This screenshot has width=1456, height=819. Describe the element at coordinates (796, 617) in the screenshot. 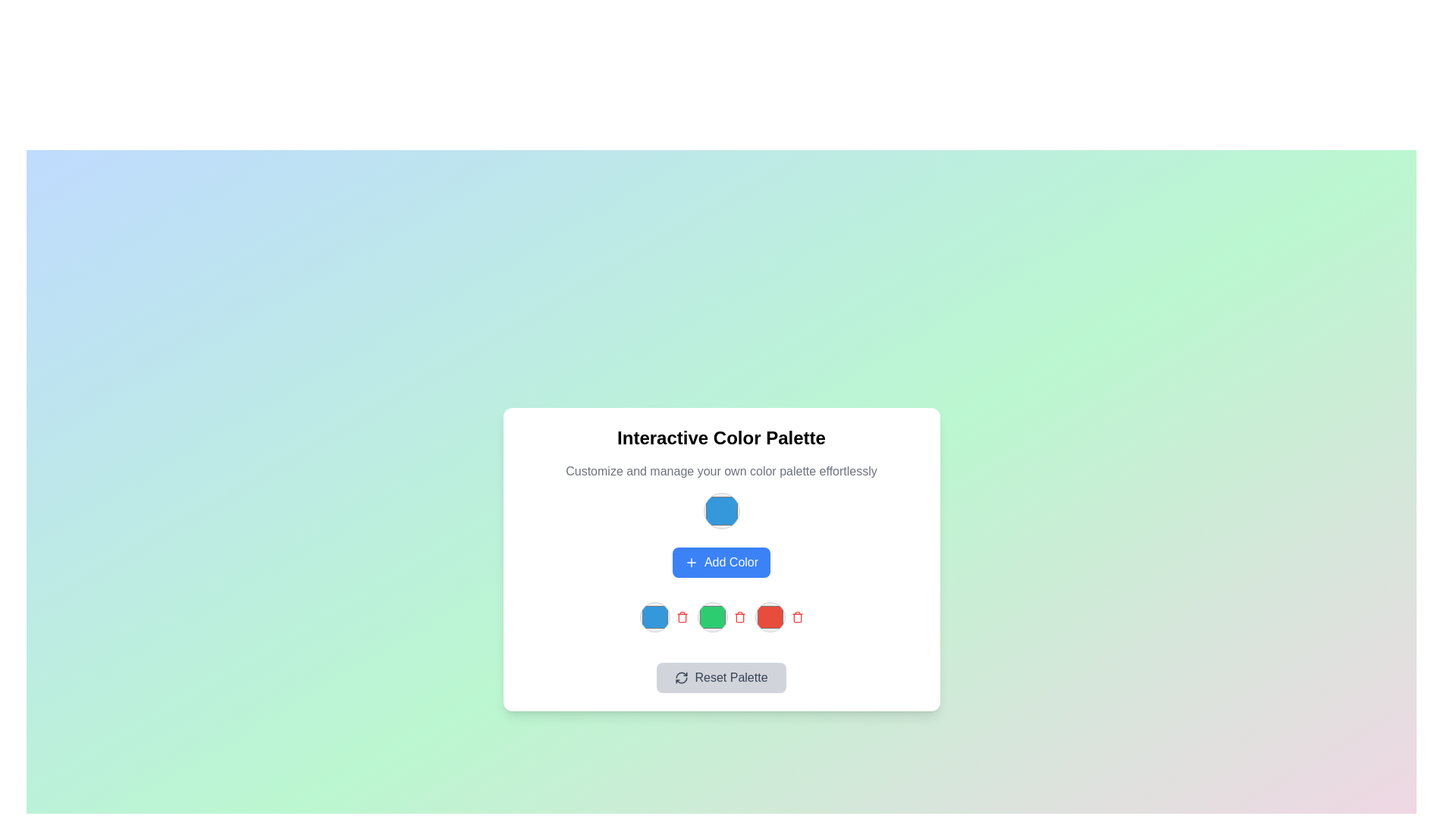

I see `the Trash/Delete icon located to the right of the circular color selection button` at that location.